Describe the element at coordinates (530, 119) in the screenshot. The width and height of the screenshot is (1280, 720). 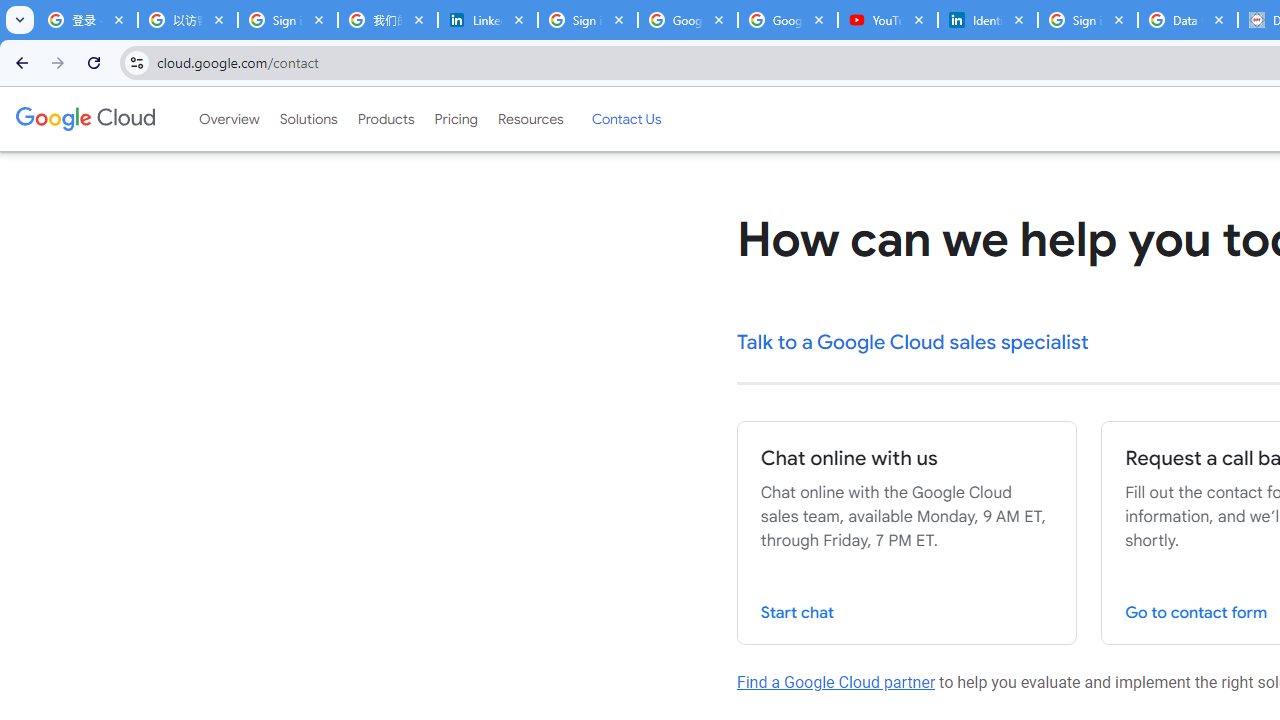
I see `'Resources'` at that location.